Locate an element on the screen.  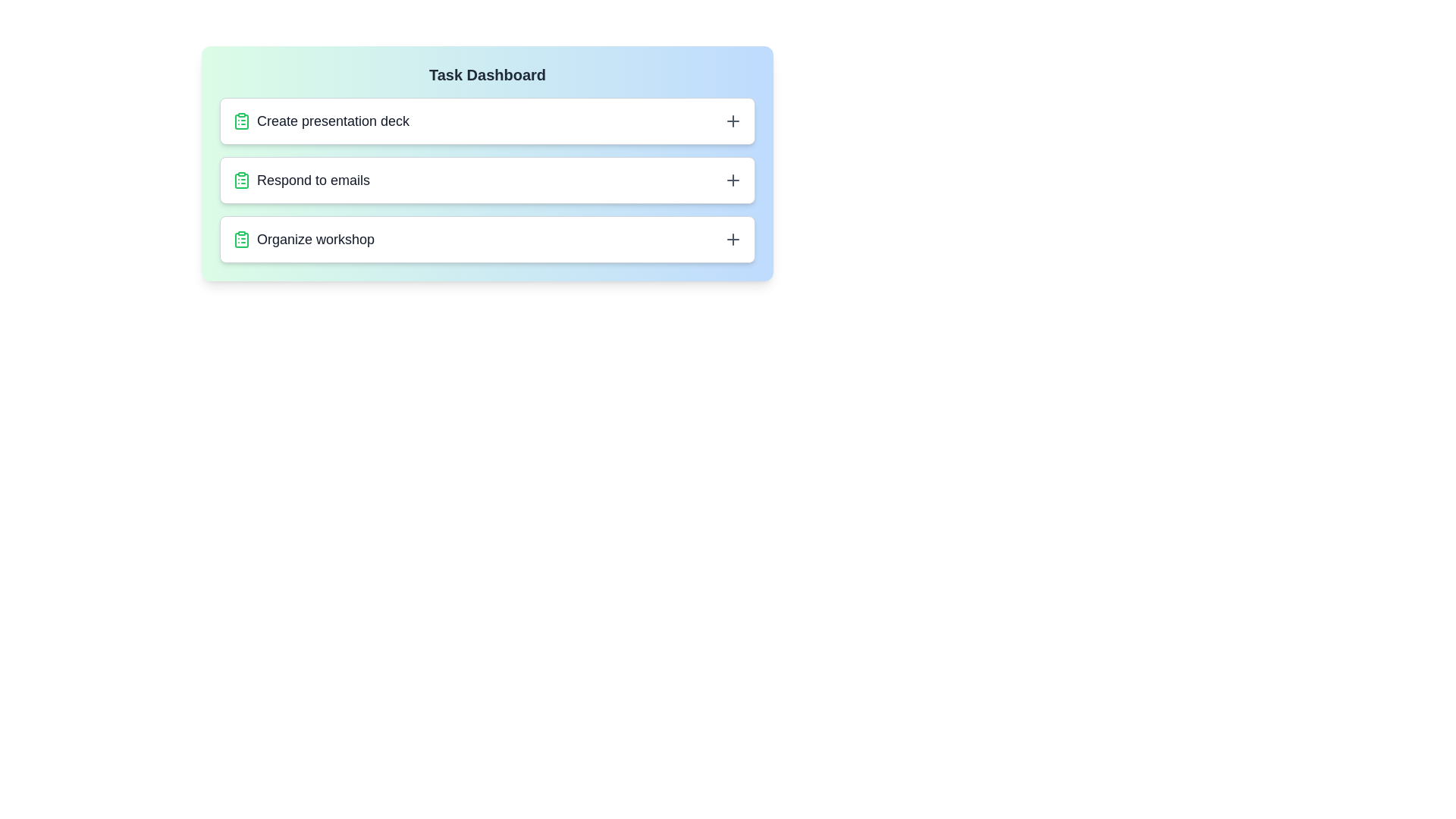
the '+' button for the task Create presentation deck is located at coordinates (733, 120).